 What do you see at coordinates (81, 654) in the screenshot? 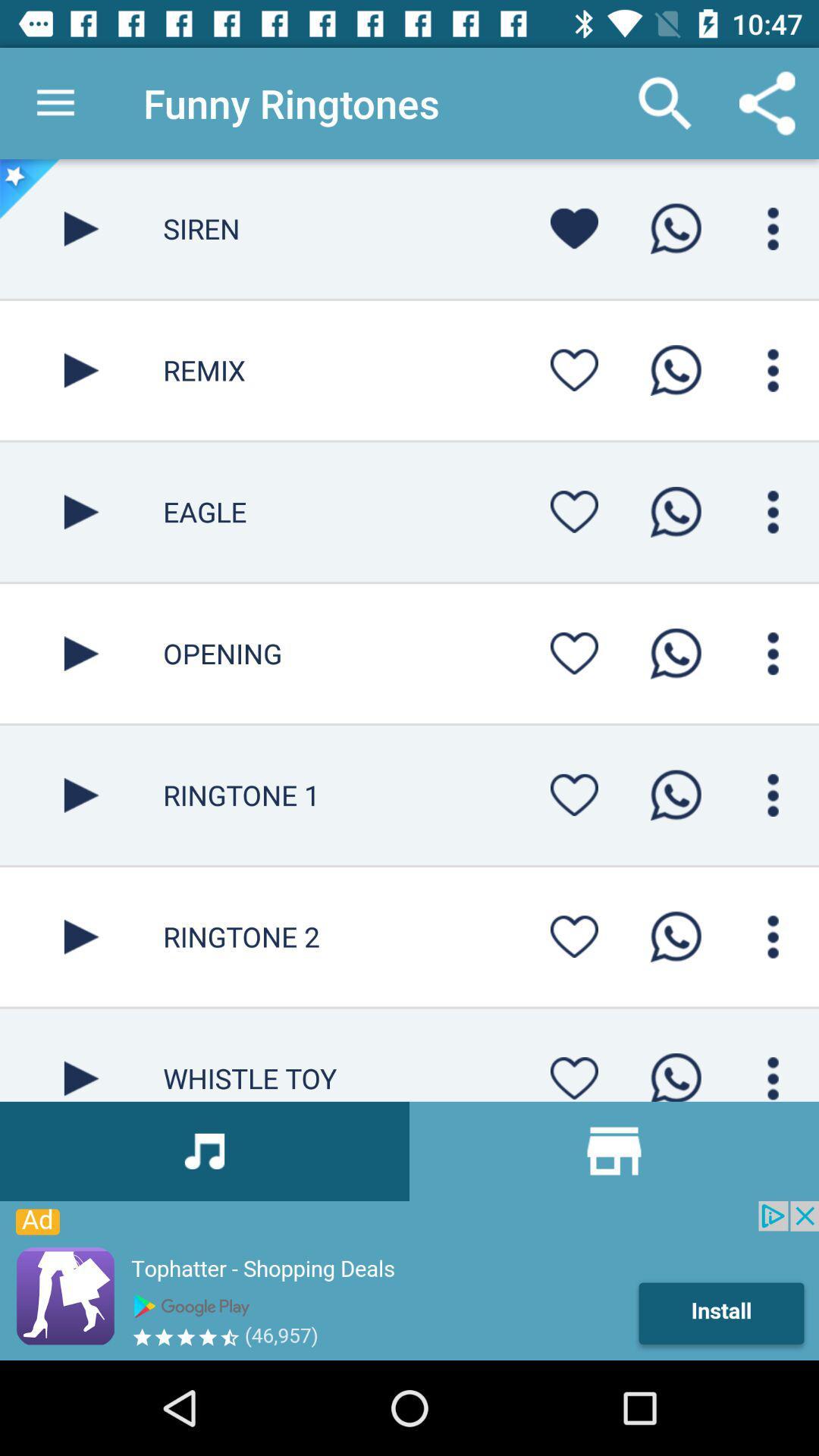
I see `music` at bounding box center [81, 654].